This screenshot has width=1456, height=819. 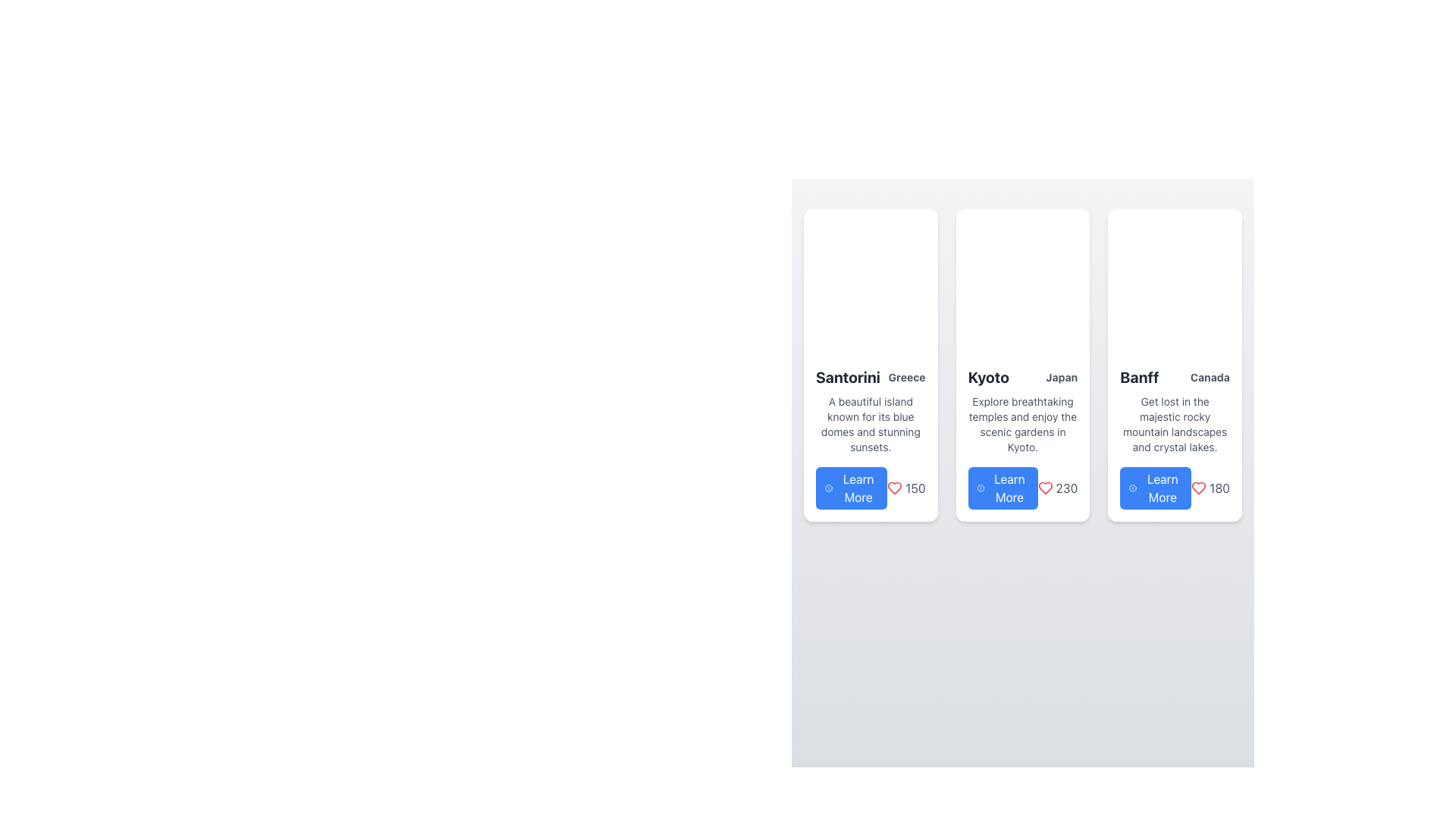 I want to click on the 'Learn More' button, which has a blue background and white text, located in the card for 'Santorini Greece', so click(x=852, y=488).